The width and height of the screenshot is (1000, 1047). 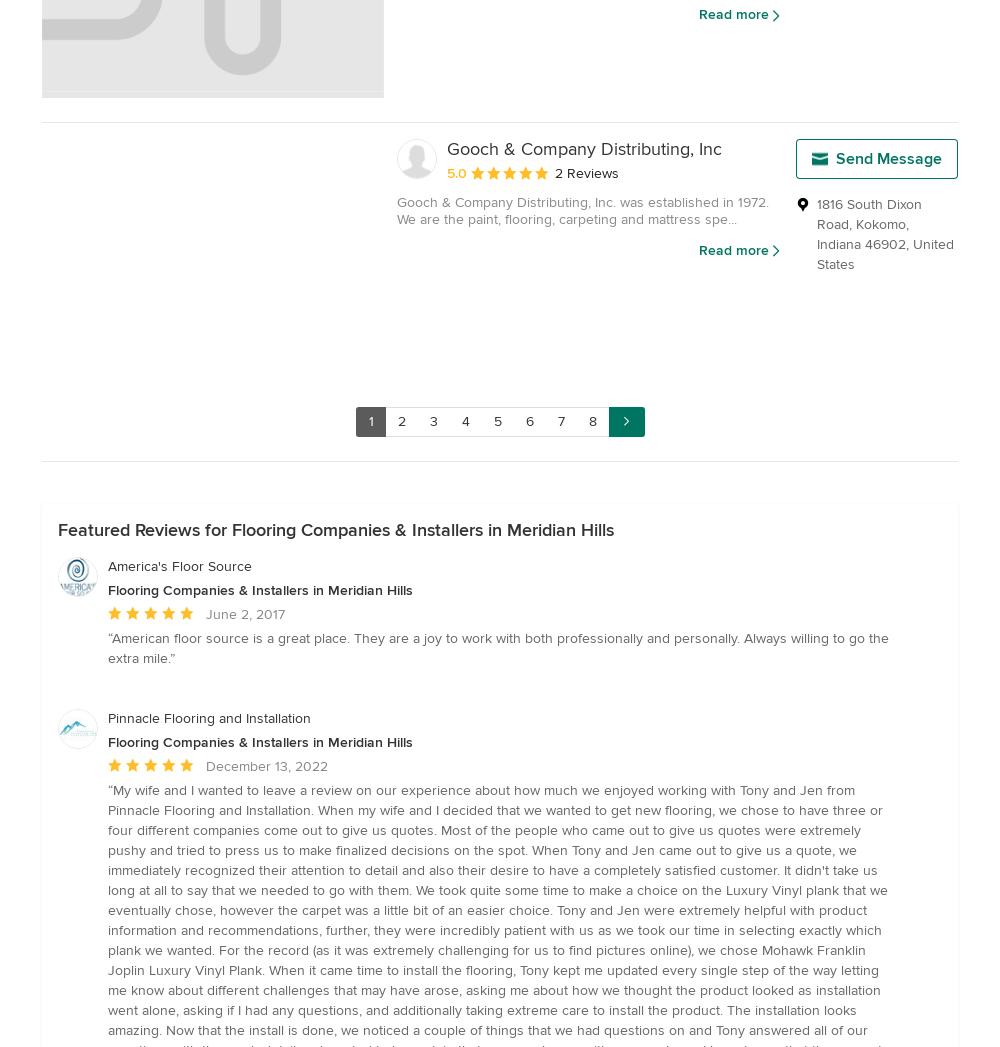 What do you see at coordinates (496, 419) in the screenshot?
I see `'5'` at bounding box center [496, 419].